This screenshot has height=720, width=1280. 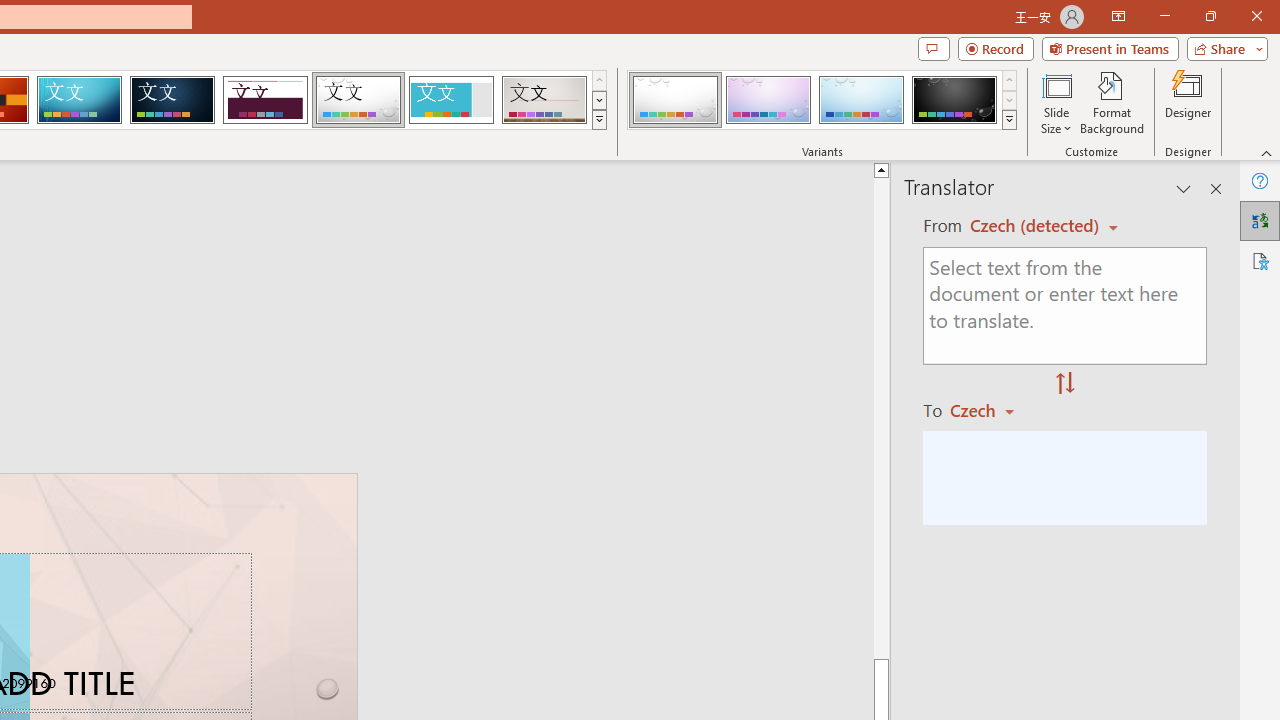 I want to click on 'Format Background', so click(x=1111, y=103).